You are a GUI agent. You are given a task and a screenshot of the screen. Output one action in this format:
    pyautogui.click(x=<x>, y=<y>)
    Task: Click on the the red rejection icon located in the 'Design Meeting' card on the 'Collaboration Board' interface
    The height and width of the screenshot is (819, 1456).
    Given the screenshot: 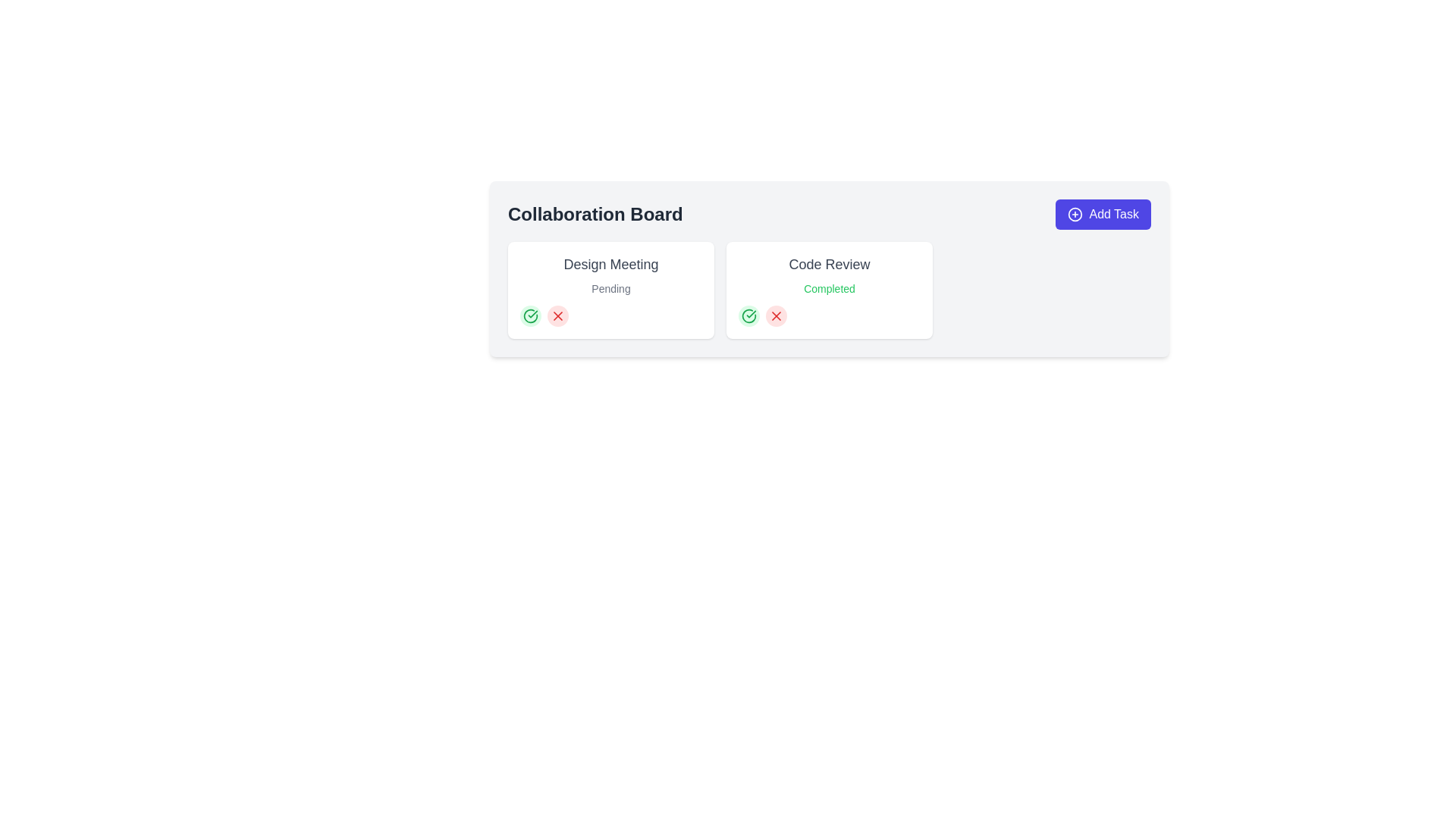 What is the action you would take?
    pyautogui.click(x=557, y=315)
    